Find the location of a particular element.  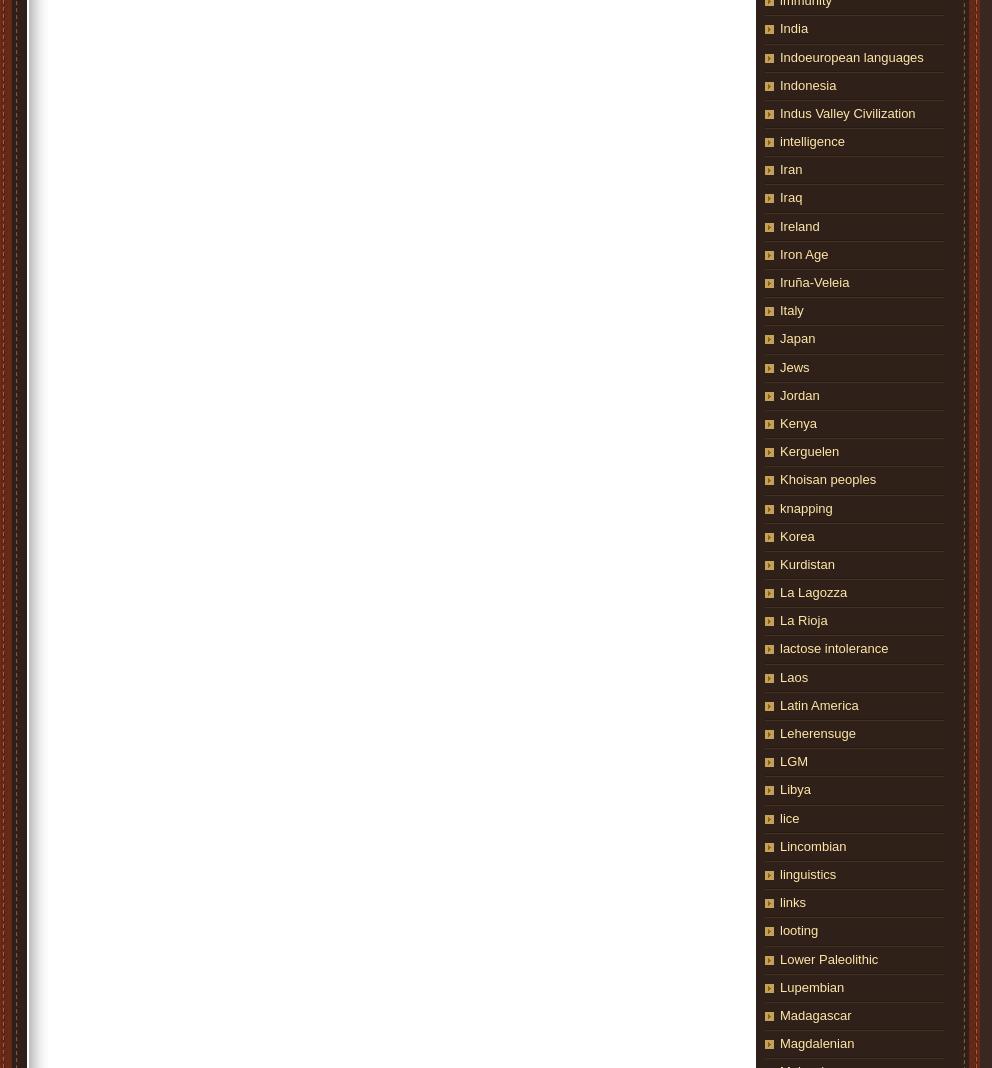

'Kurdistan' is located at coordinates (806, 562).